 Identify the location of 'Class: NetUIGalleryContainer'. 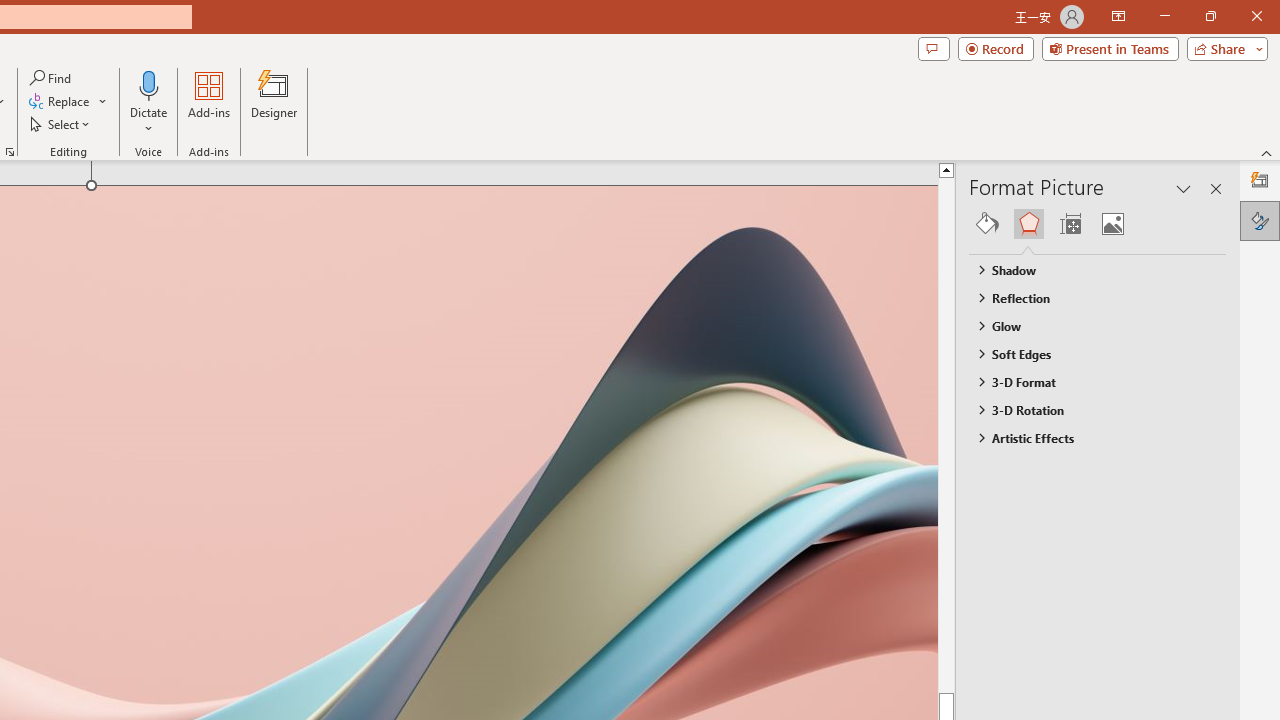
(1097, 223).